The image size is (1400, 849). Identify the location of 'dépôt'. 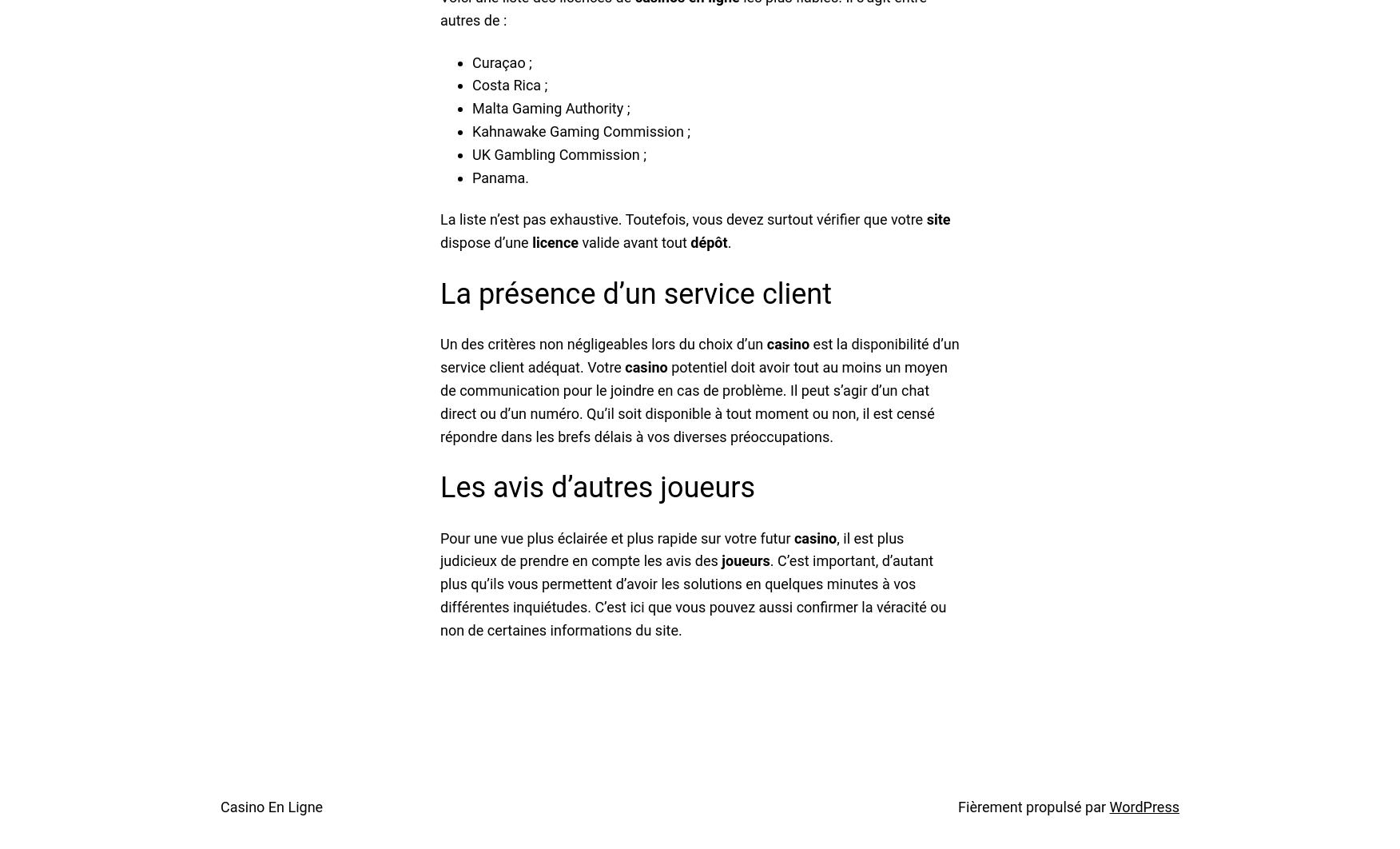
(709, 241).